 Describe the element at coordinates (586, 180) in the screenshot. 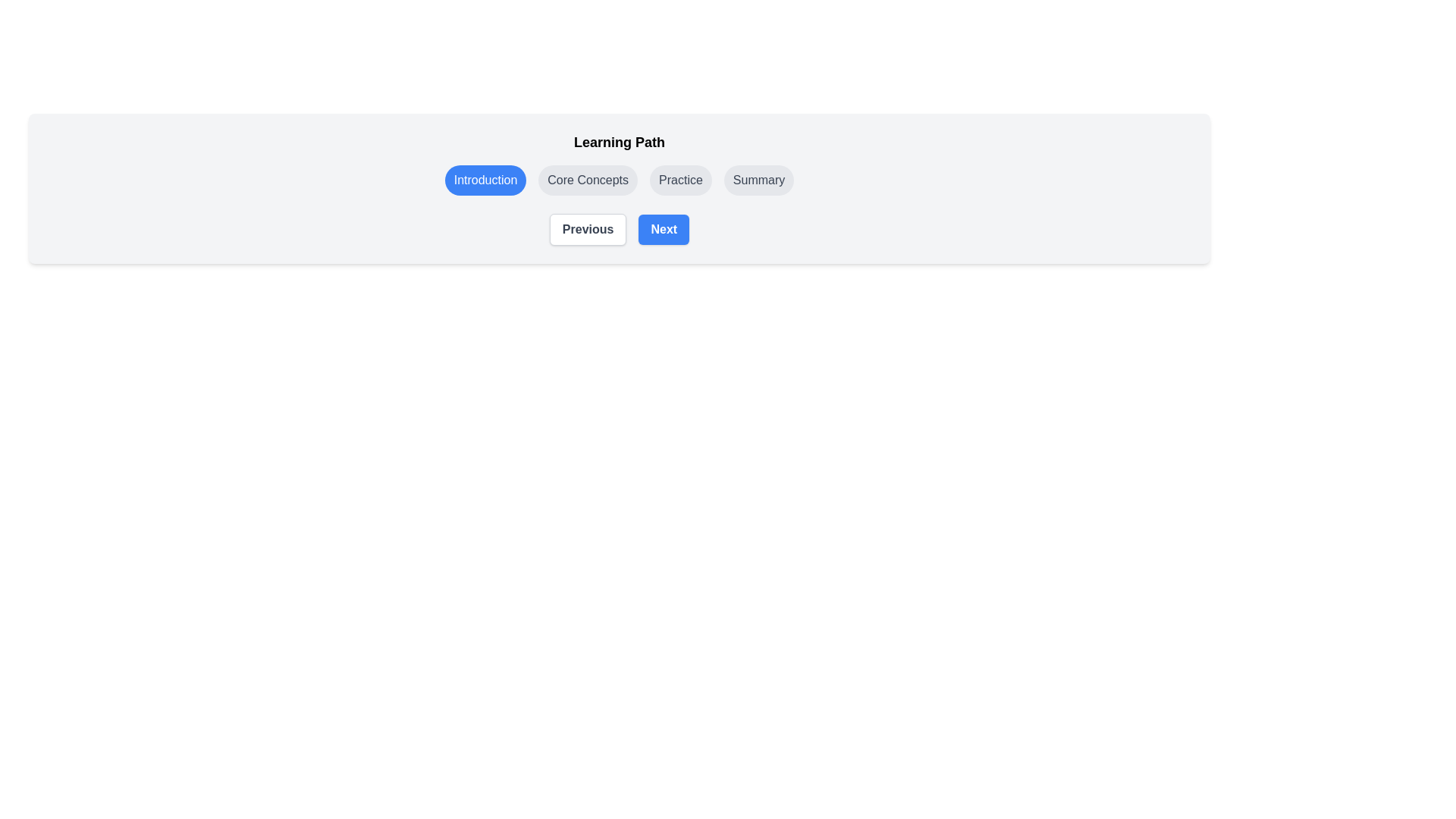

I see `the step Core Concepts by clicking on its corresponding button` at that location.